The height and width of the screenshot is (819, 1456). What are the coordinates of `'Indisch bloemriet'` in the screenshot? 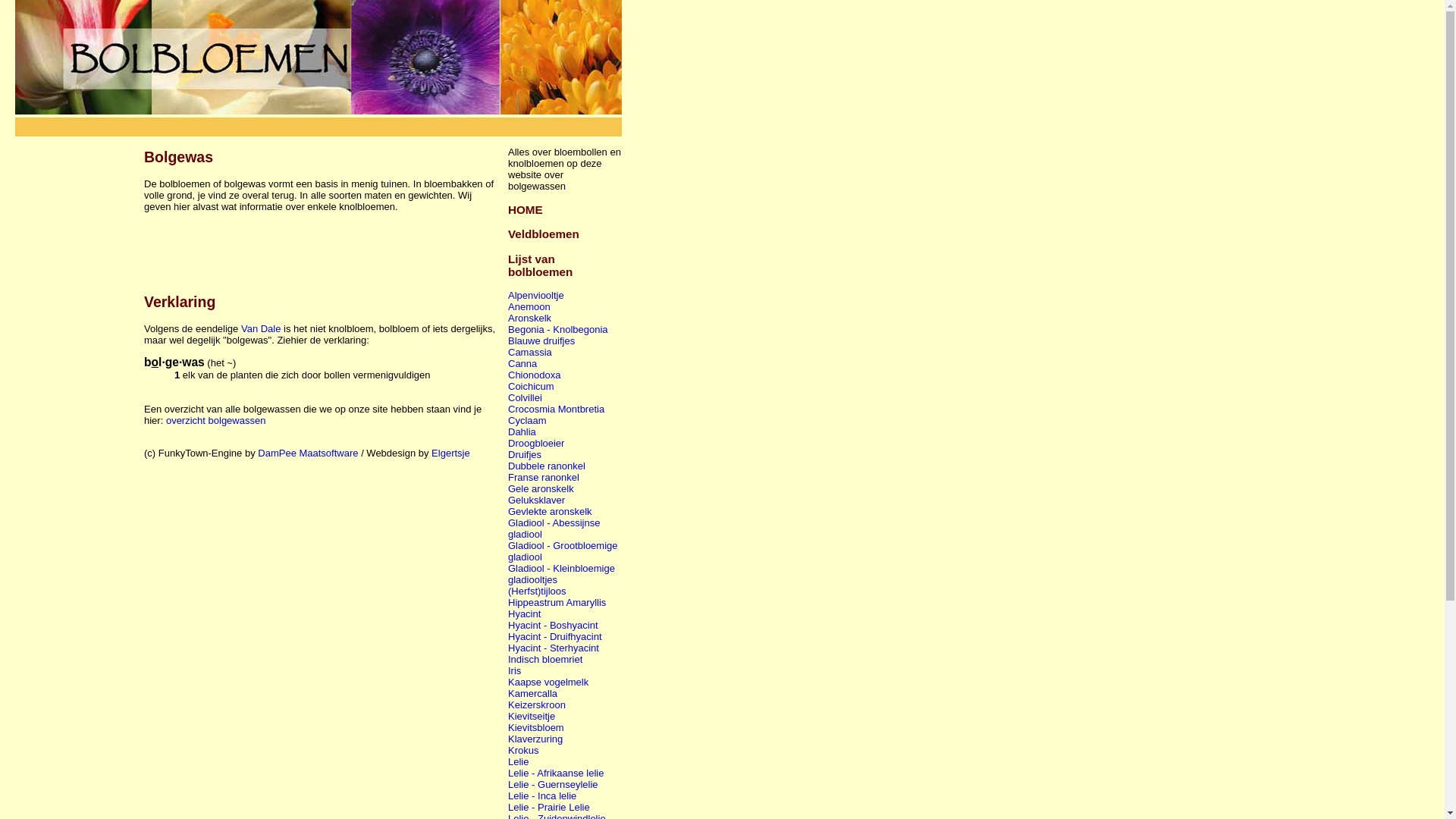 It's located at (508, 658).